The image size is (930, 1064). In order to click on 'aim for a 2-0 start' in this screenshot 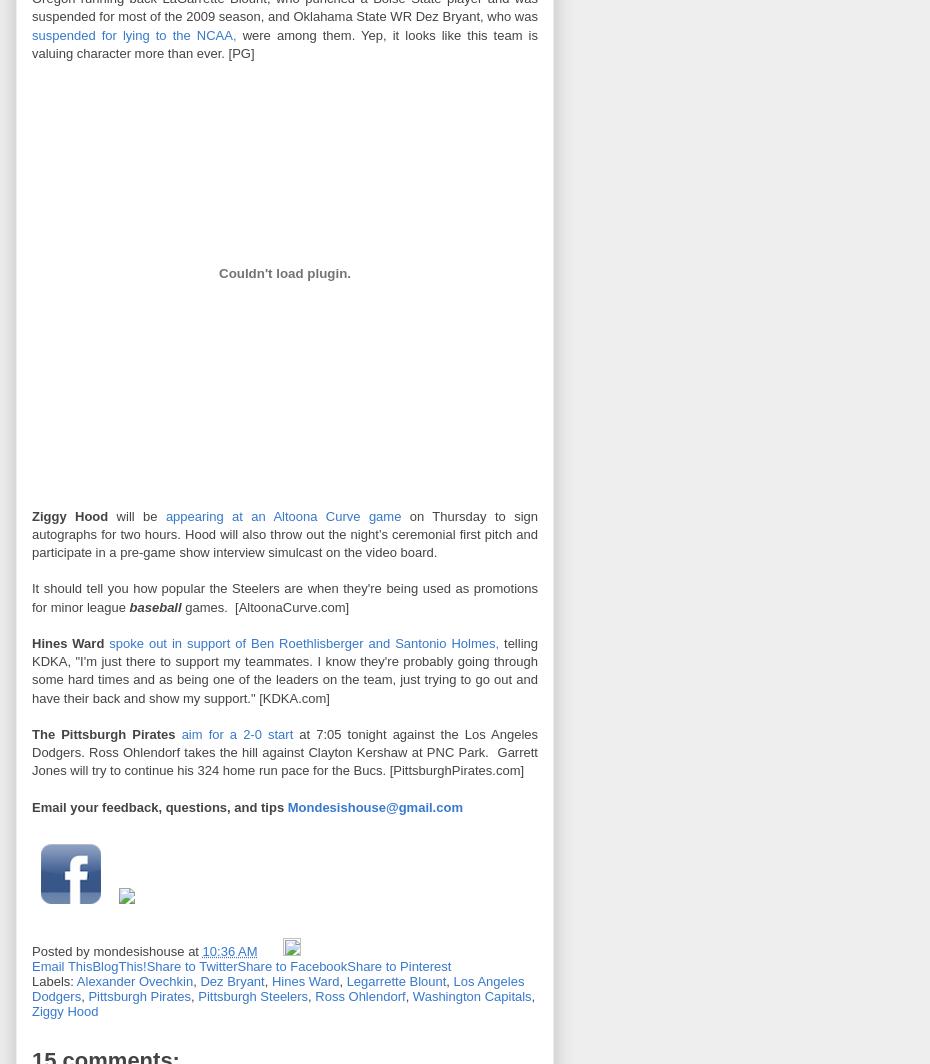, I will do `click(236, 733)`.